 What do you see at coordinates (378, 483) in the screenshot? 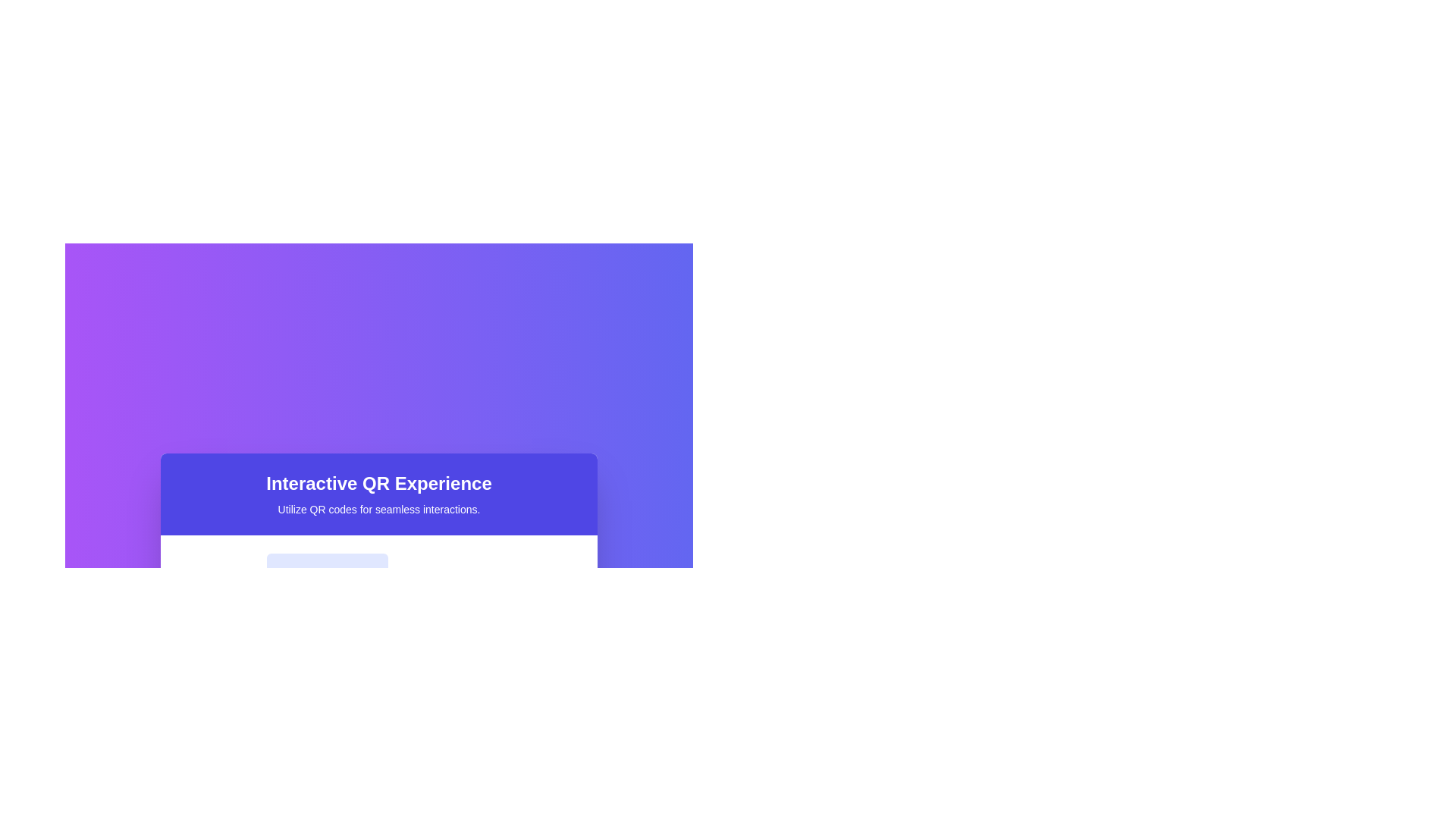
I see `the bold text block titled 'Interactive QR Experience', which is styled with a large font size and has a white font color on a deep blue rectangular background` at bounding box center [378, 483].